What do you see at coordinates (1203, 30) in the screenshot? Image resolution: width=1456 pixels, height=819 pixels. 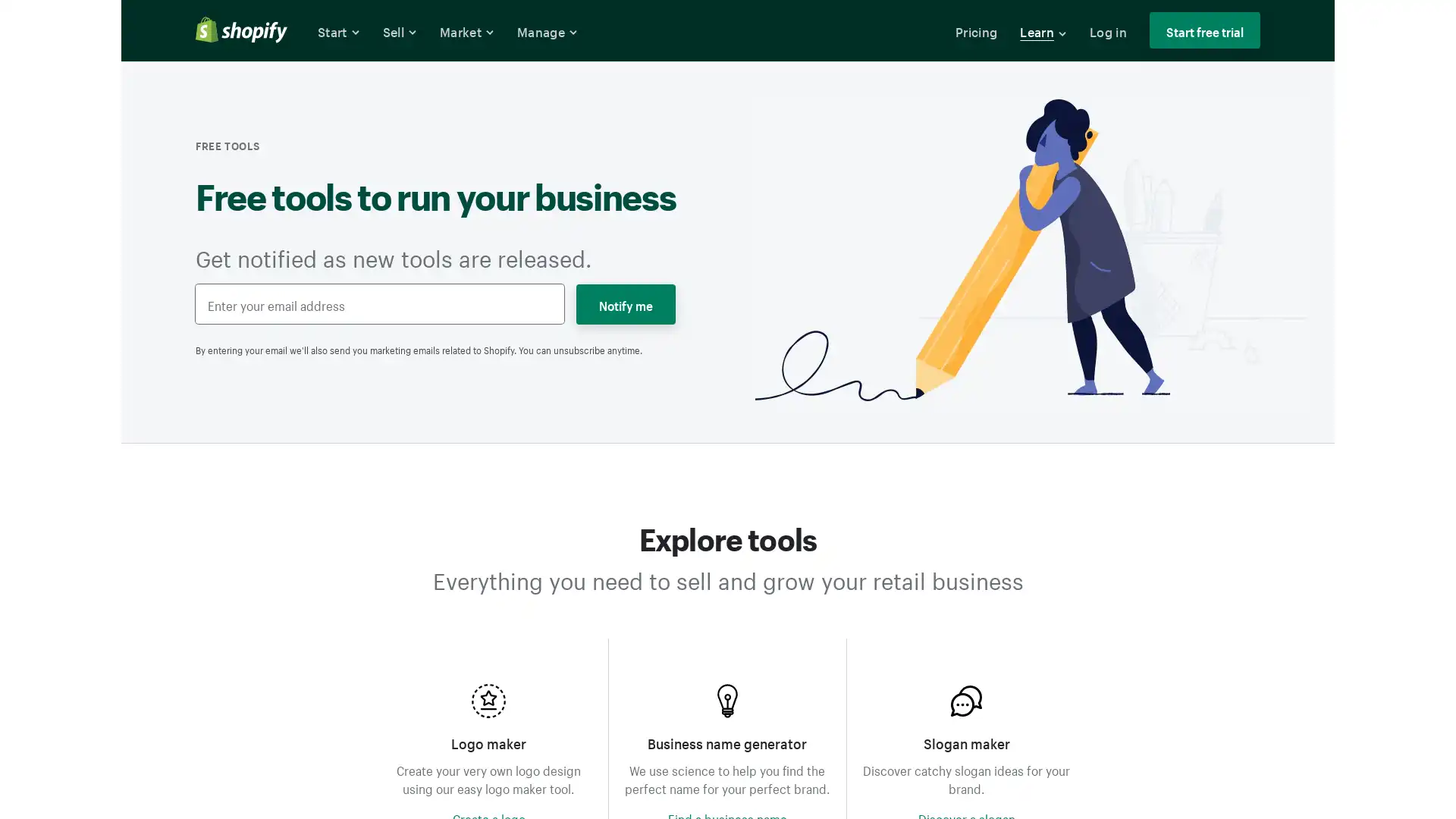 I see `Start free trial` at bounding box center [1203, 30].